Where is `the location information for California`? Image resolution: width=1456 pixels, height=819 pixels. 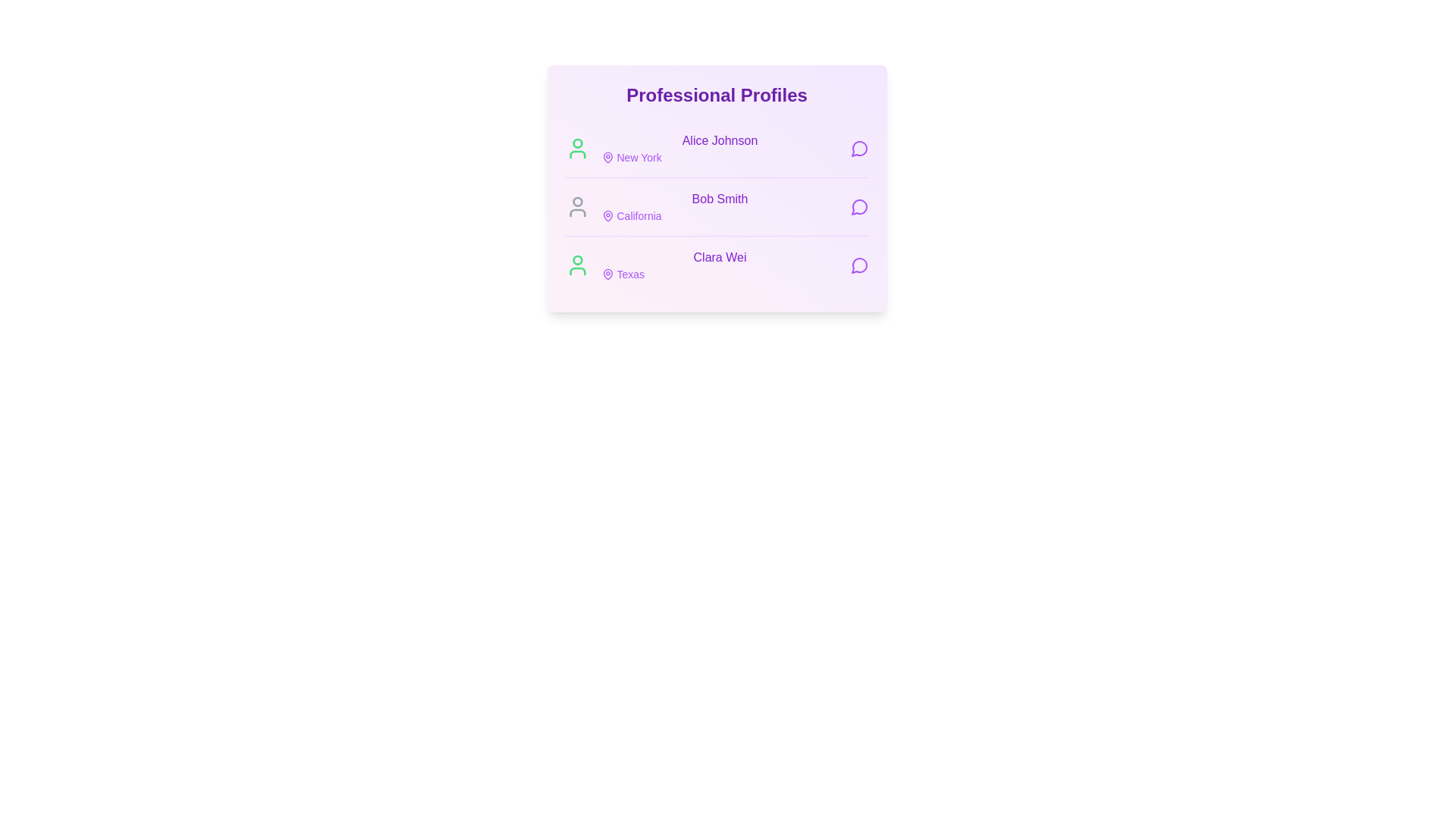 the location information for California is located at coordinates (607, 216).